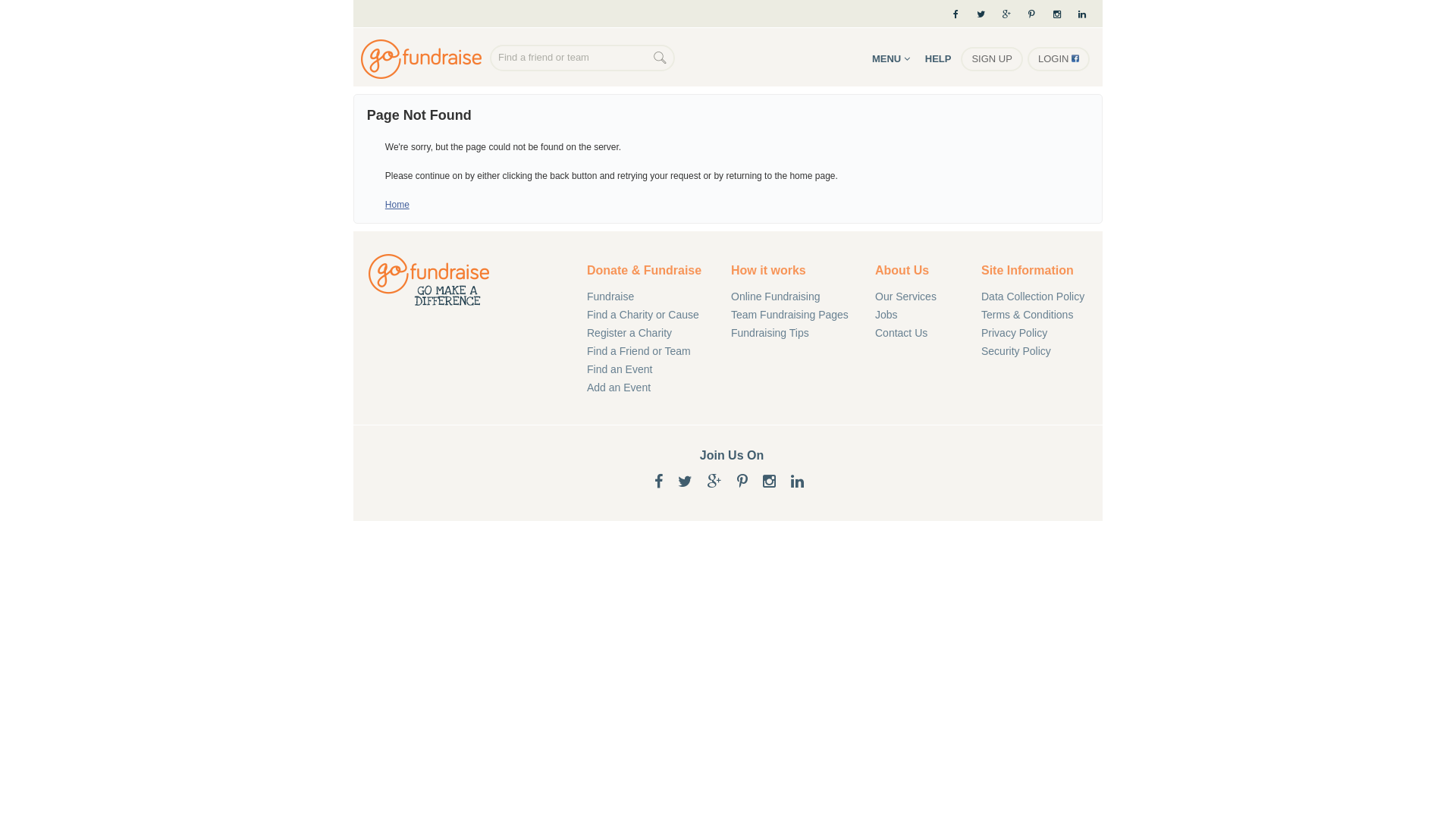 The width and height of the screenshot is (1456, 819). Describe the element at coordinates (1040, 350) in the screenshot. I see `'Security Policy'` at that location.